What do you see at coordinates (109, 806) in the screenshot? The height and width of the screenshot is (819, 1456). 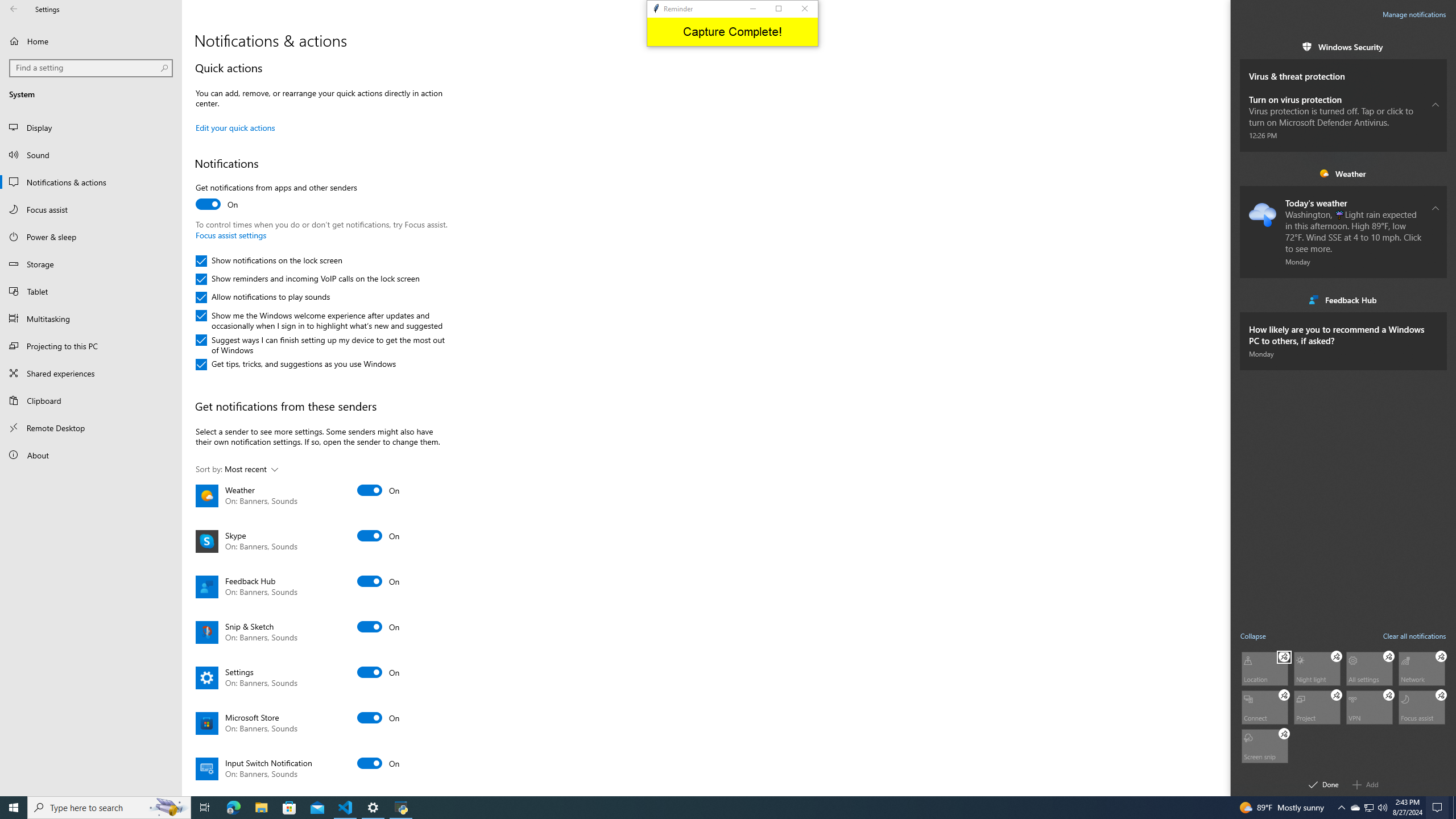 I see `'Type here to search'` at bounding box center [109, 806].